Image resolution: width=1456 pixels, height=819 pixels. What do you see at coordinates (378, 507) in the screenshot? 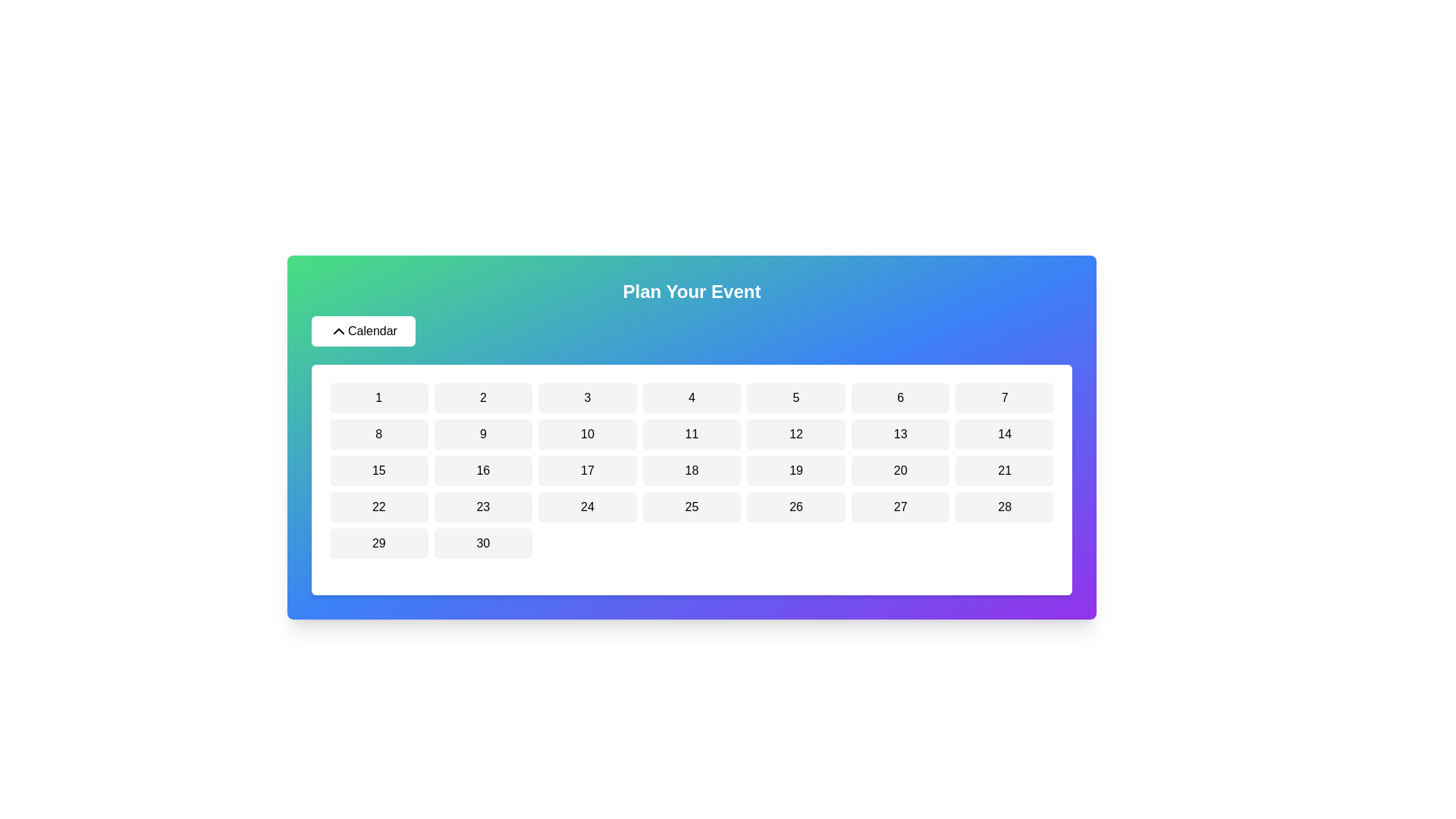
I see `the button labeled '22', which is a rectangular button with rounded corners and a light gray background` at bounding box center [378, 507].